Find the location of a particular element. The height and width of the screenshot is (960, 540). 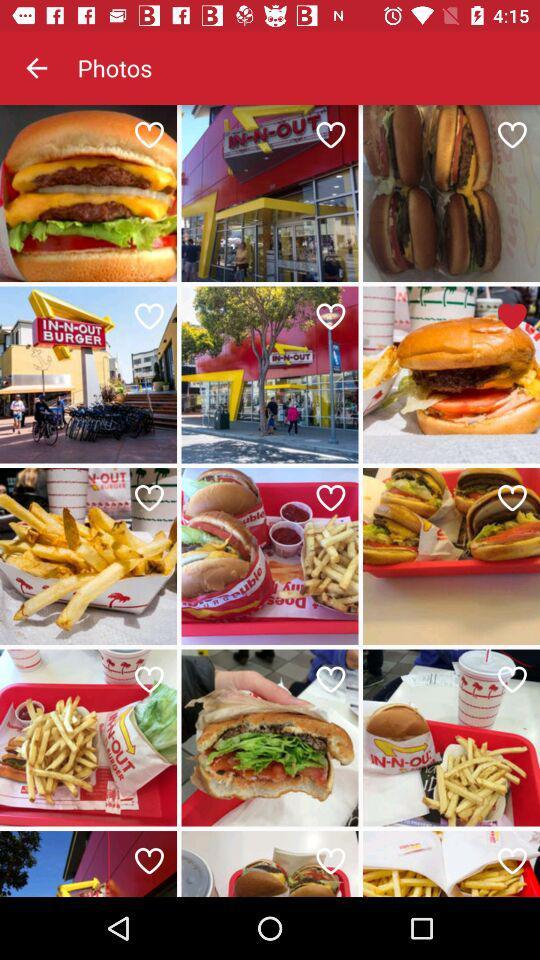

the item below photos is located at coordinates (148, 133).